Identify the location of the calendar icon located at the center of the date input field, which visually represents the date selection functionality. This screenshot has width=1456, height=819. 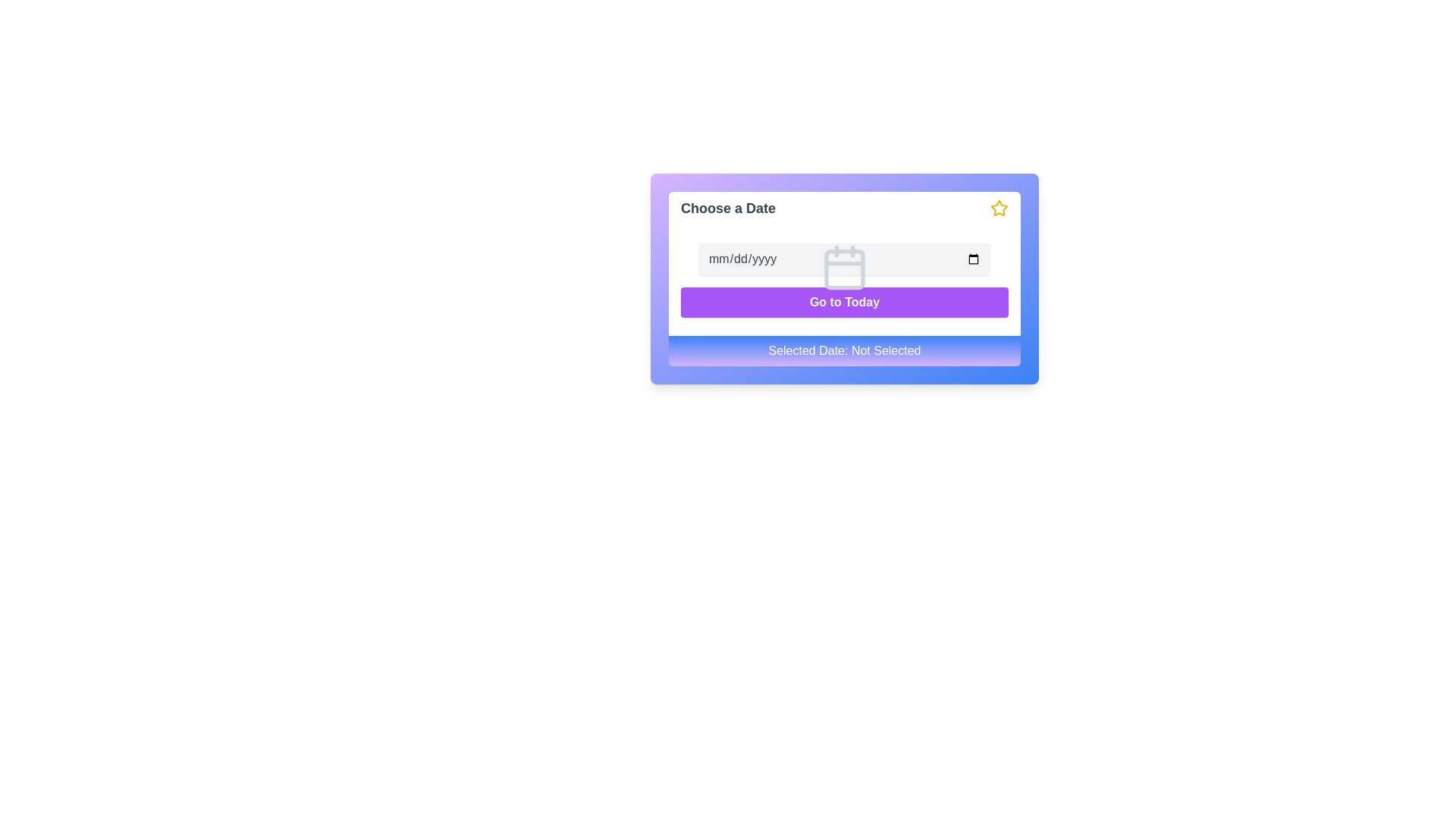
(843, 267).